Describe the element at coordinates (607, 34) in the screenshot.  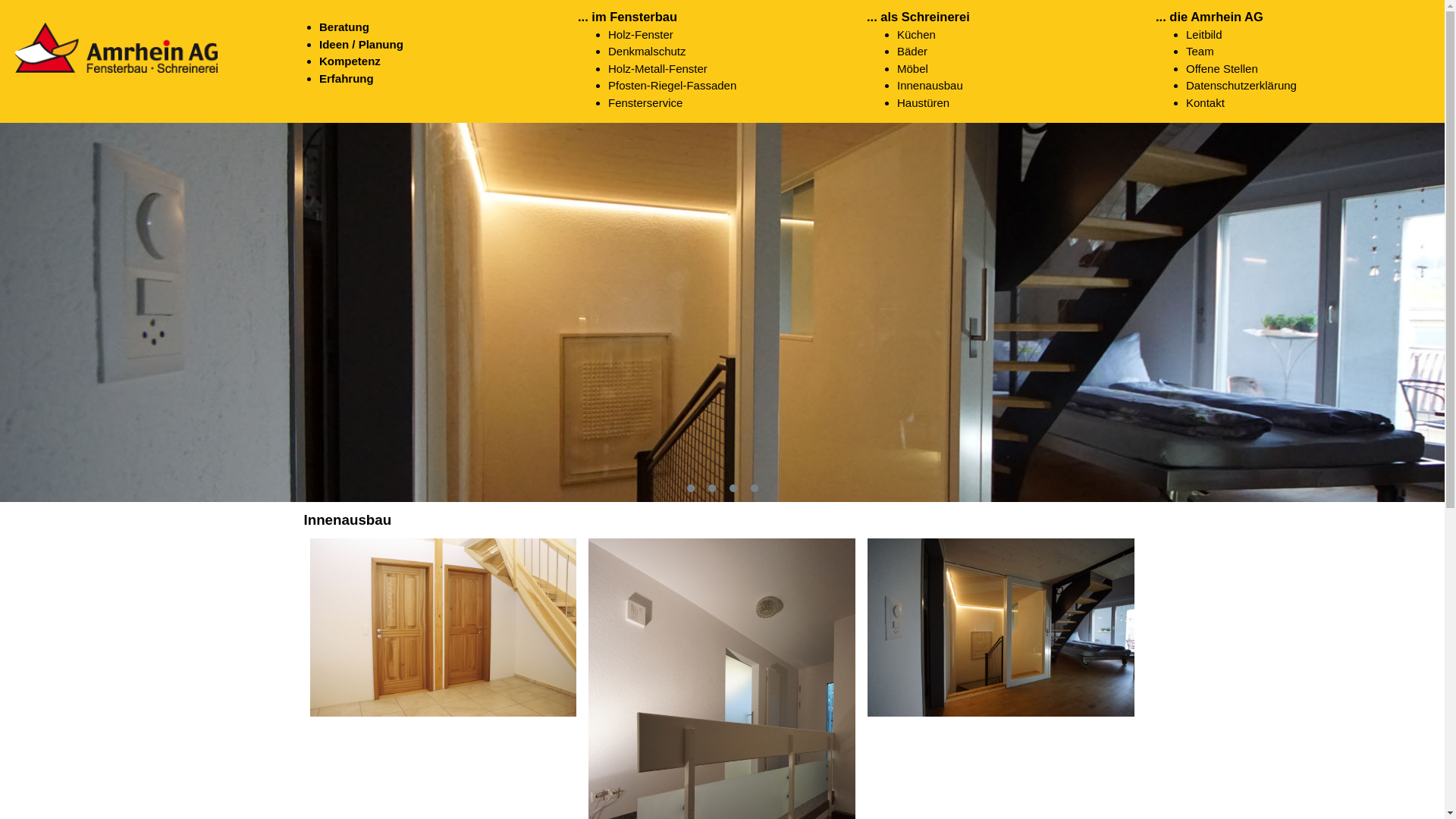
I see `'Holz-Fenster'` at that location.